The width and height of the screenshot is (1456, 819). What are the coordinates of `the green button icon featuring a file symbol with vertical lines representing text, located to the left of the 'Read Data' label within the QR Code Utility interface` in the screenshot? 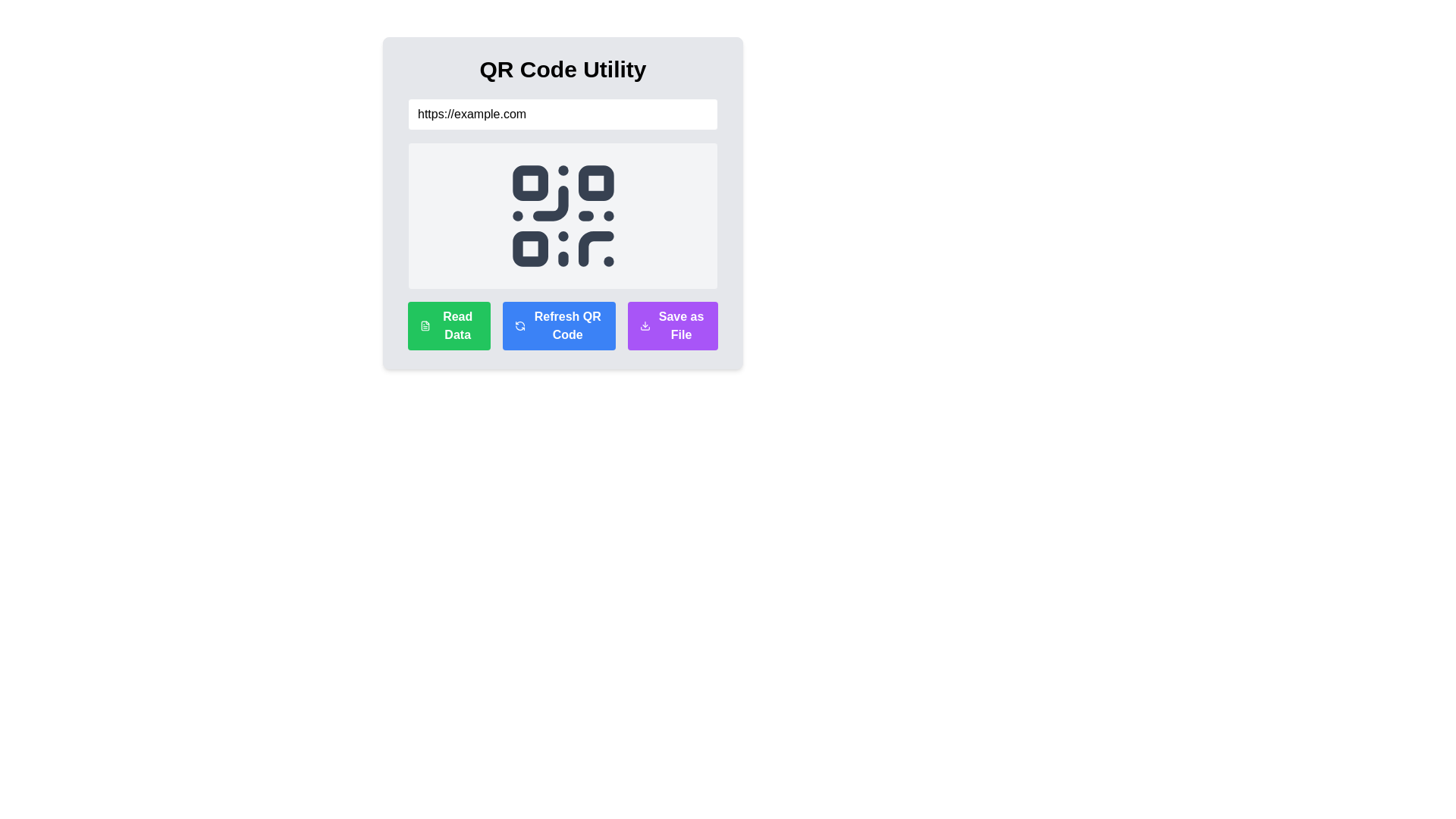 It's located at (425, 325).